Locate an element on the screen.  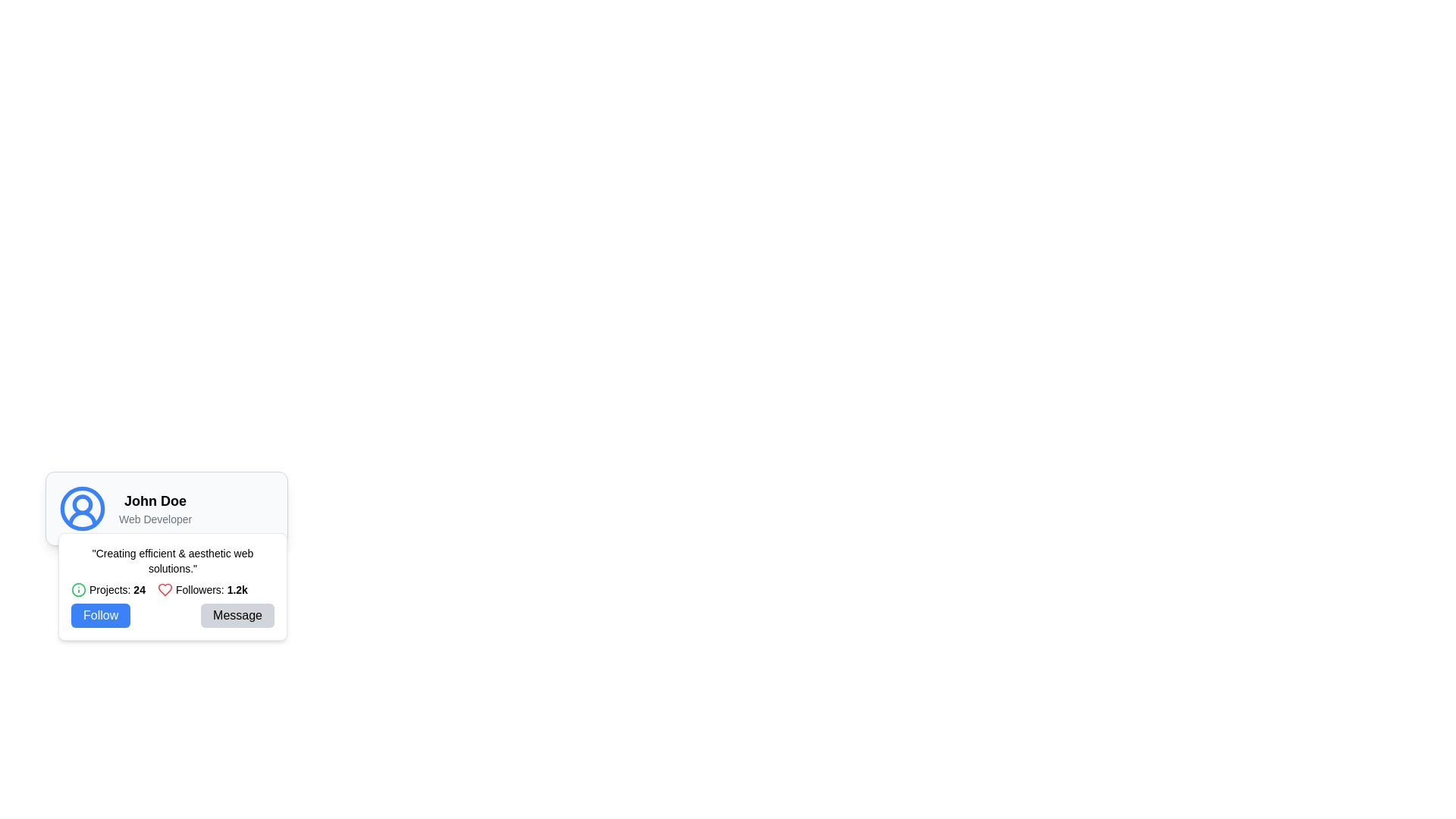
the Profile information display that shows the user's name and occupation, located at the top-left section of the bordered card interface is located at coordinates (167, 509).